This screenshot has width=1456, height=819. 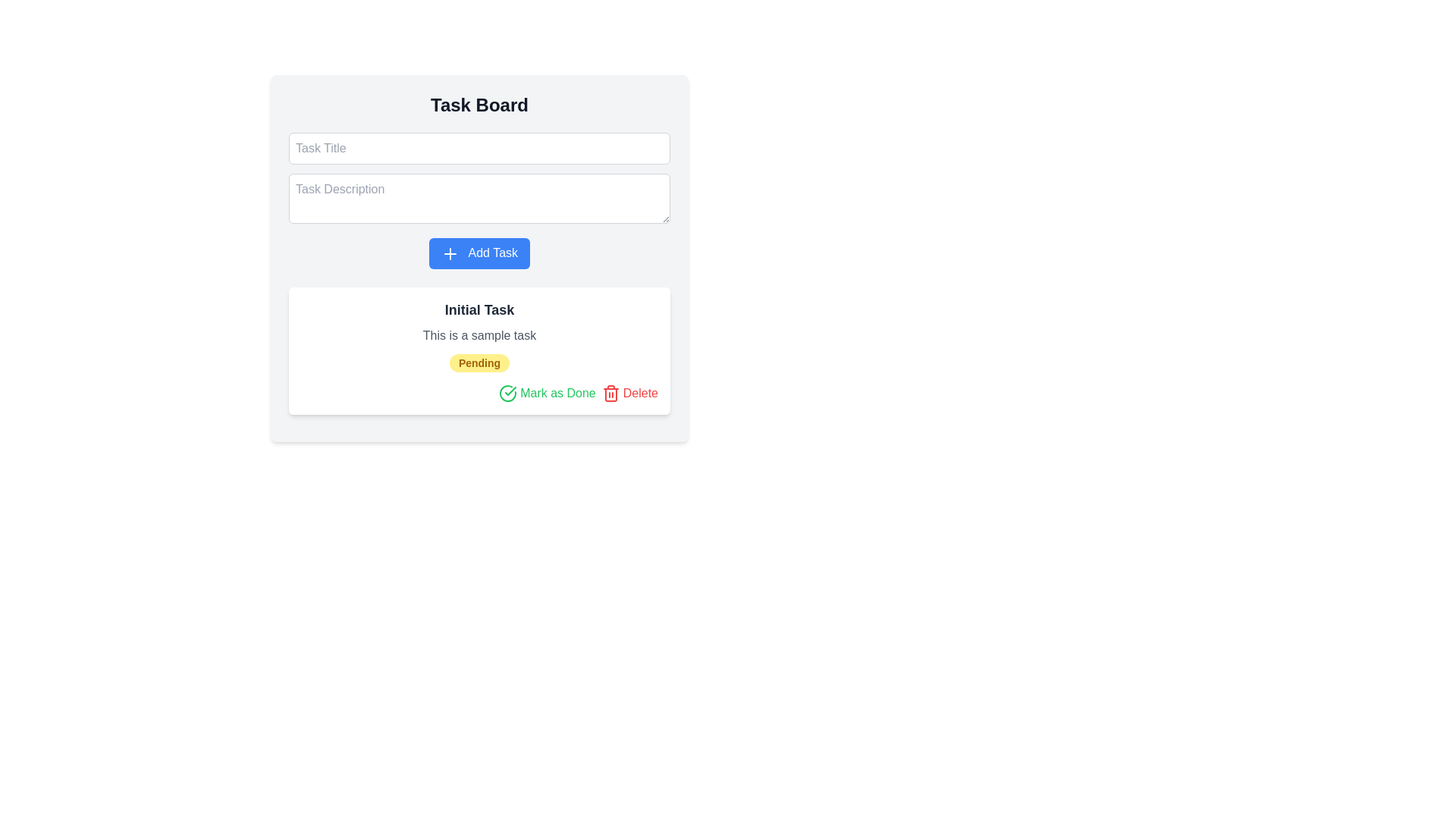 I want to click on the plus icon located to the left side of the 'Add Task' button, which is centered vertically with the button's text and positioned beneath the 'Task Description' input field, so click(x=449, y=253).